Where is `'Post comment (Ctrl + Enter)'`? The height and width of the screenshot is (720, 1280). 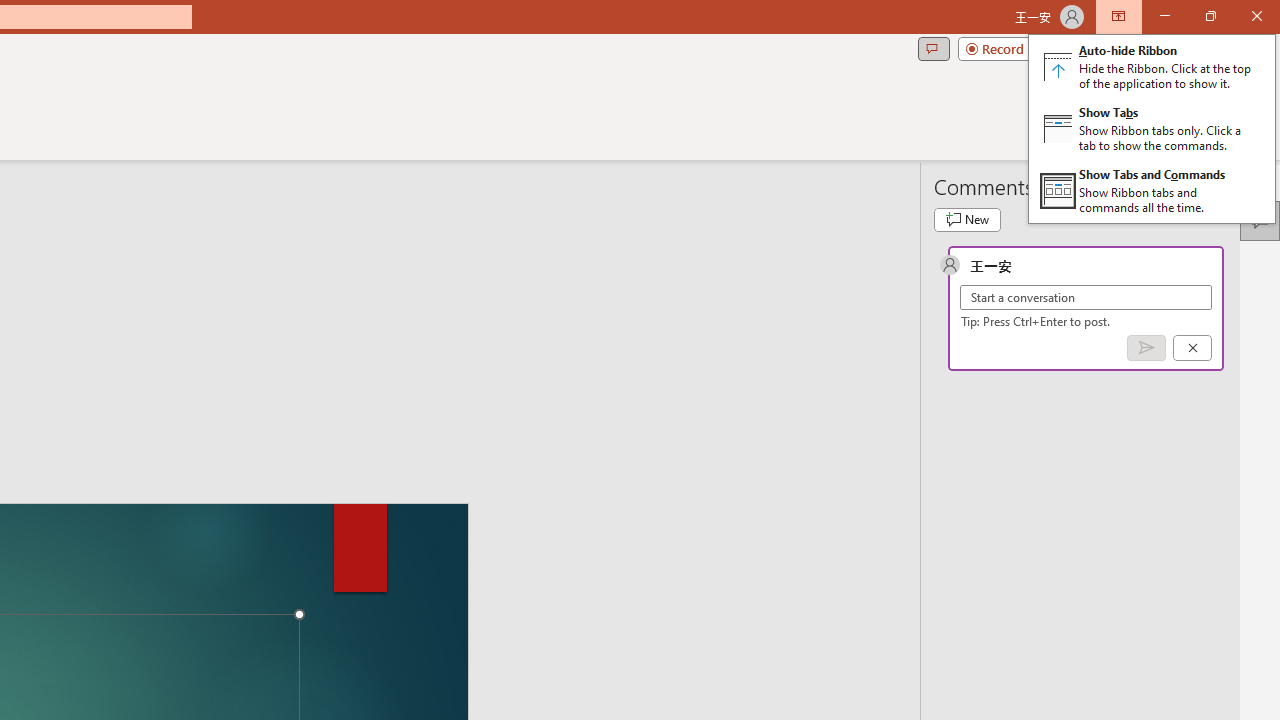 'Post comment (Ctrl + Enter)' is located at coordinates (1146, 346).